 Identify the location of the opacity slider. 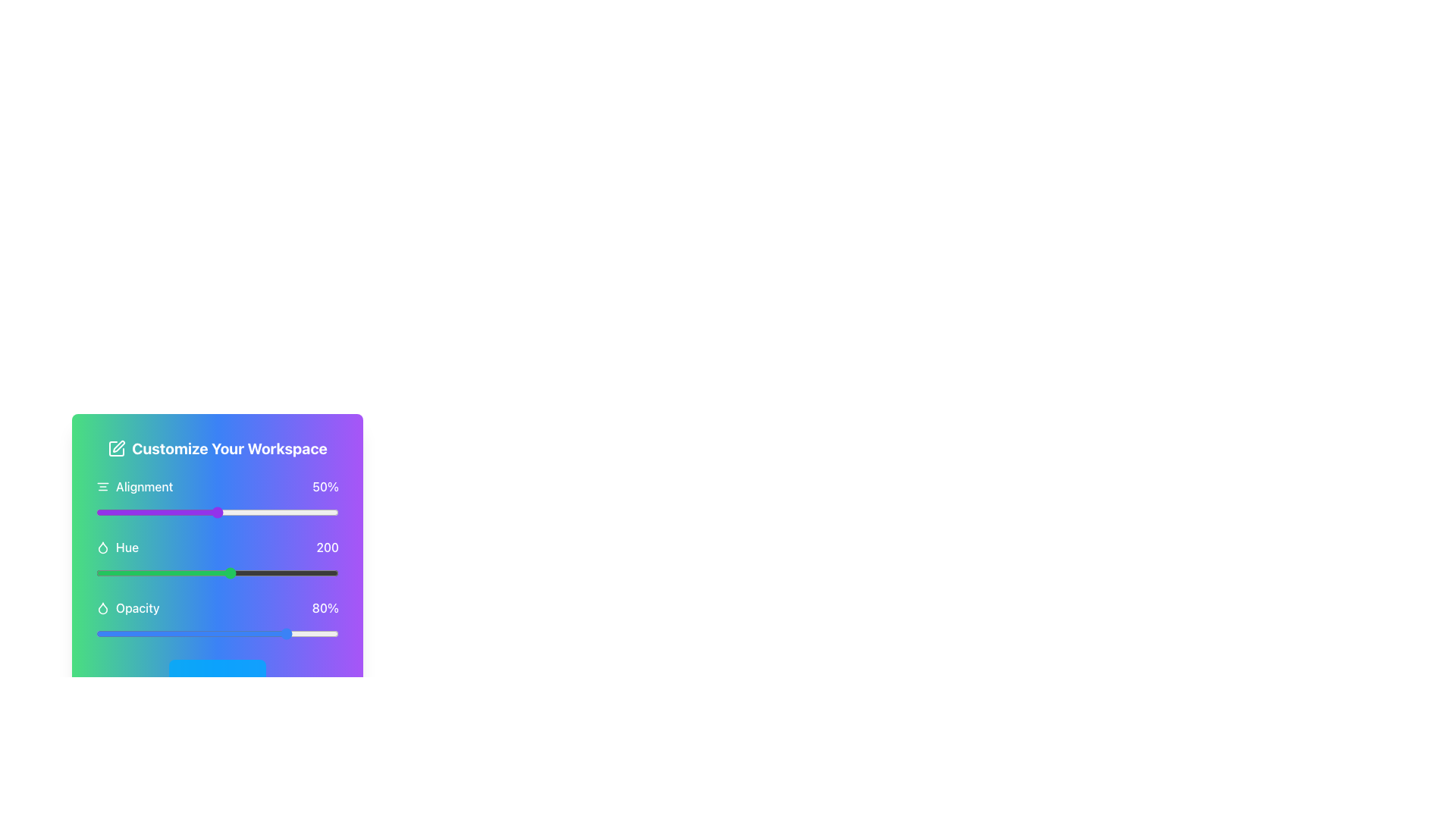
(119, 634).